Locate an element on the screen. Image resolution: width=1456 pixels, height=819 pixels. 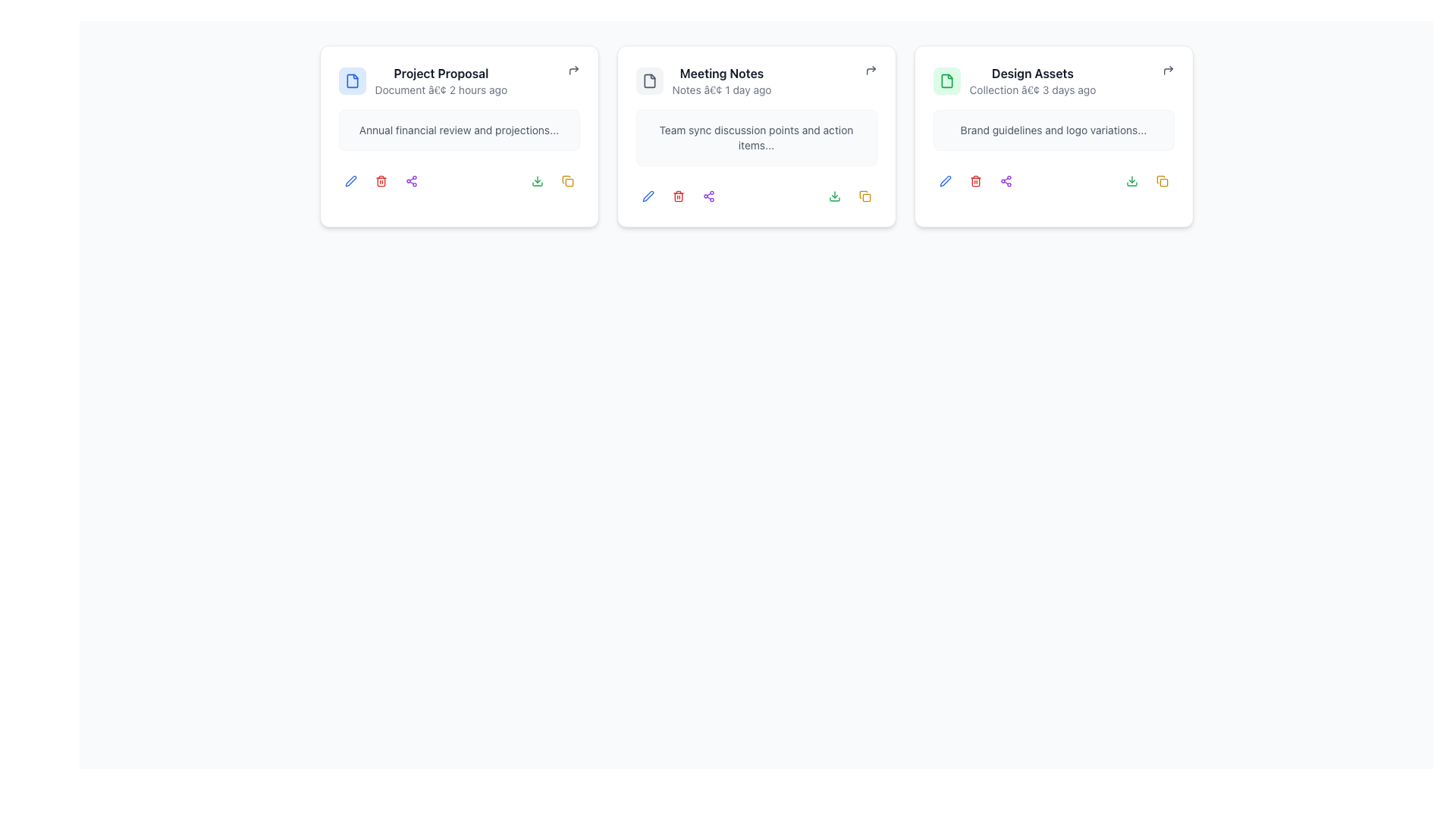
the trash icon button located as the third from the left in the group of action icons below the 'Design Assets' card is located at coordinates (975, 180).